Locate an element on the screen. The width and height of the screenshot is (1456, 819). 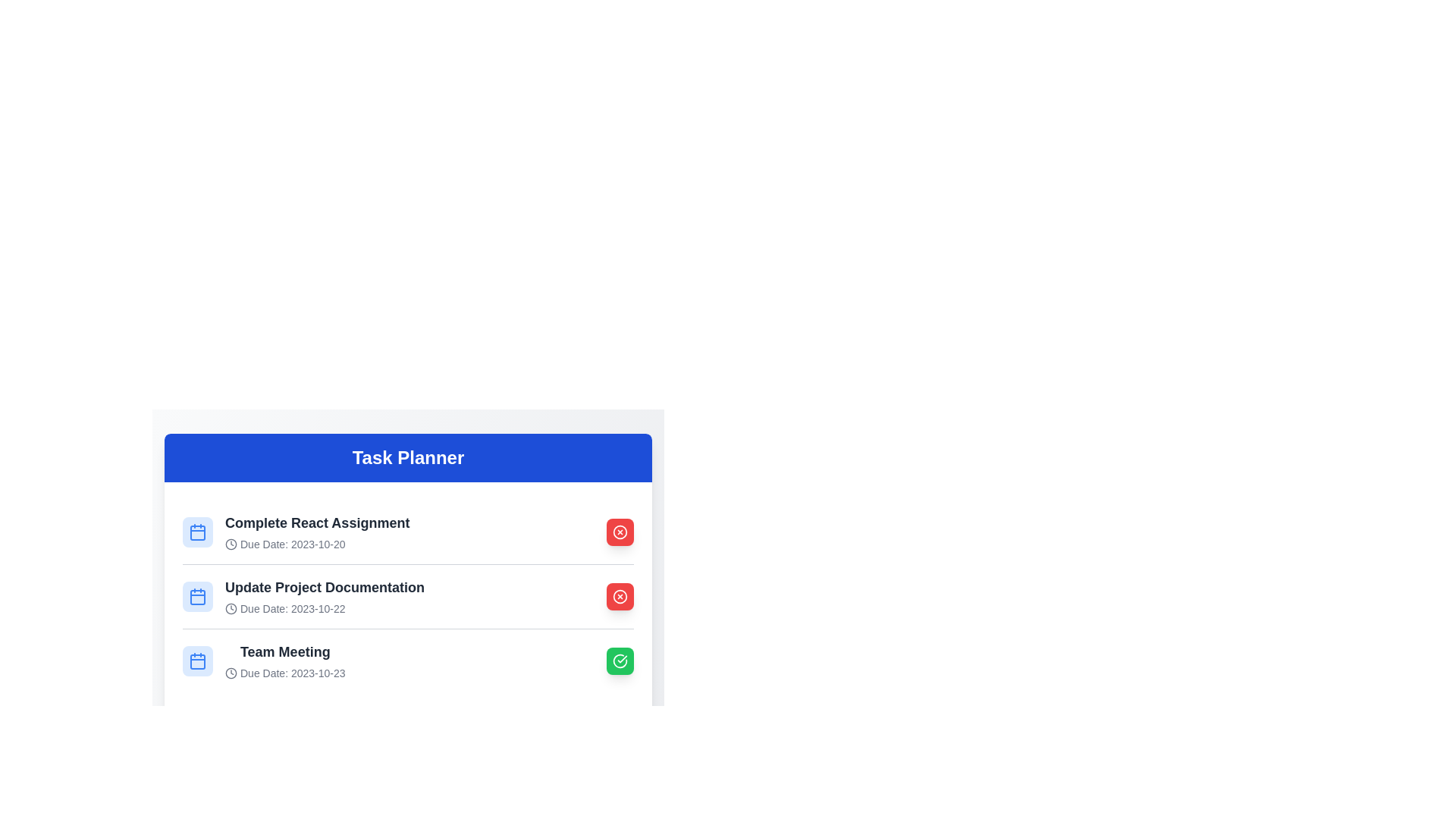
due date information from the text snippet displaying 'Due Date: 2023-10-23', which is styled in a smaller gray font and is located below the 'Team Meeting' label in the task list is located at coordinates (285, 672).